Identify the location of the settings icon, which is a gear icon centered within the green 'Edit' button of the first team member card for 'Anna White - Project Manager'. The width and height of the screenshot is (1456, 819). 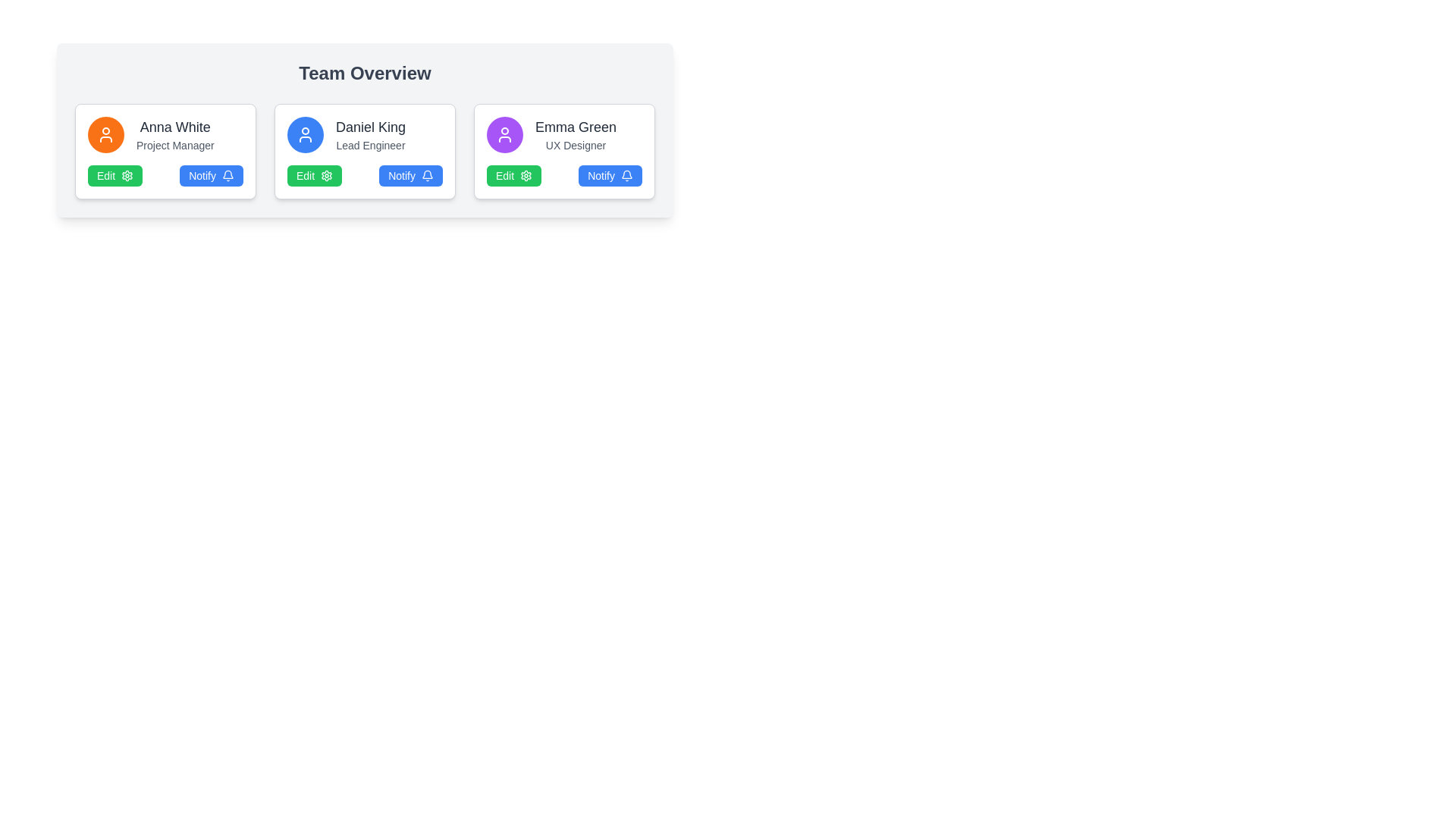
(127, 174).